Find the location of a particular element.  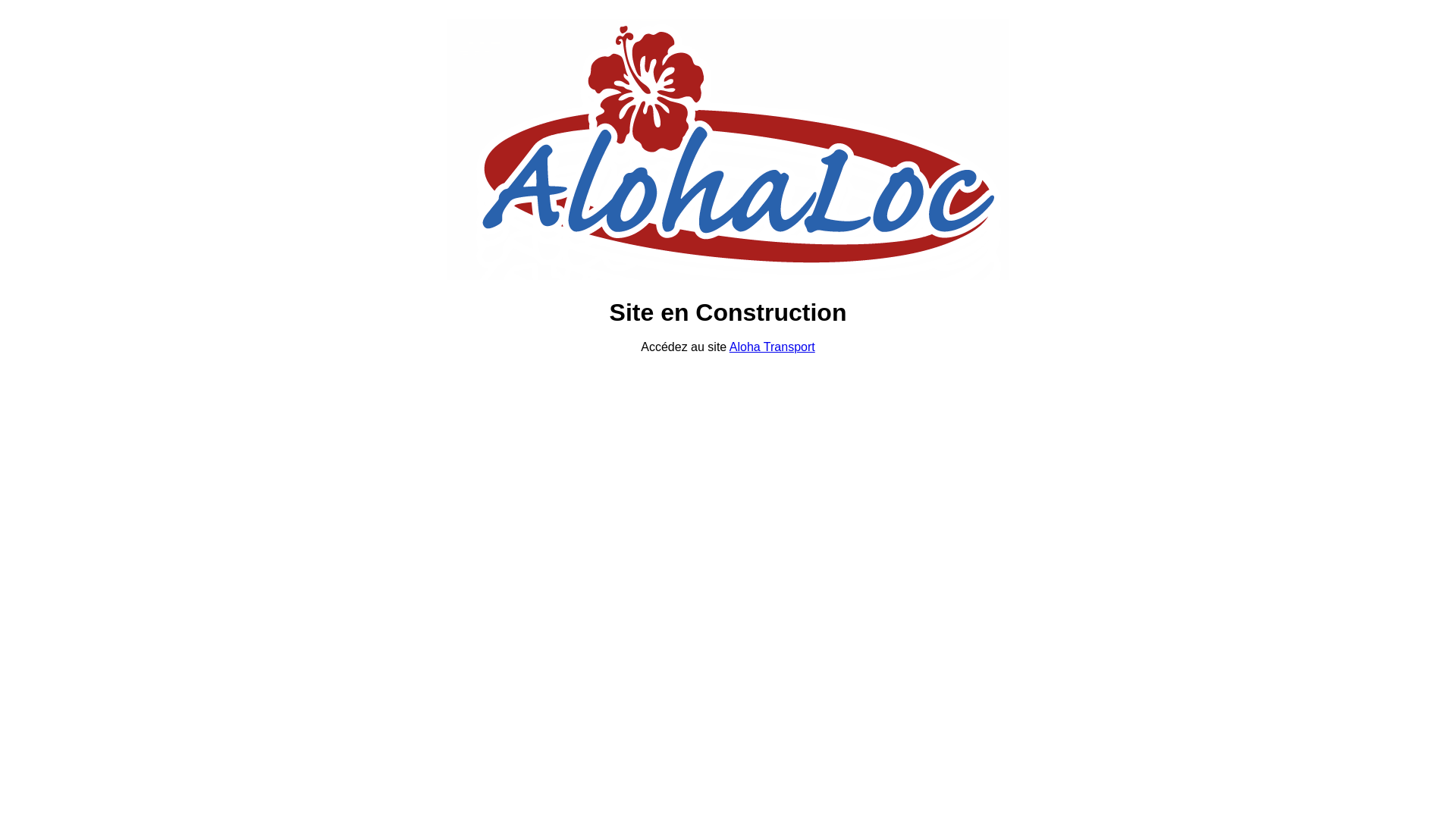

'Aloha Transport' is located at coordinates (772, 347).